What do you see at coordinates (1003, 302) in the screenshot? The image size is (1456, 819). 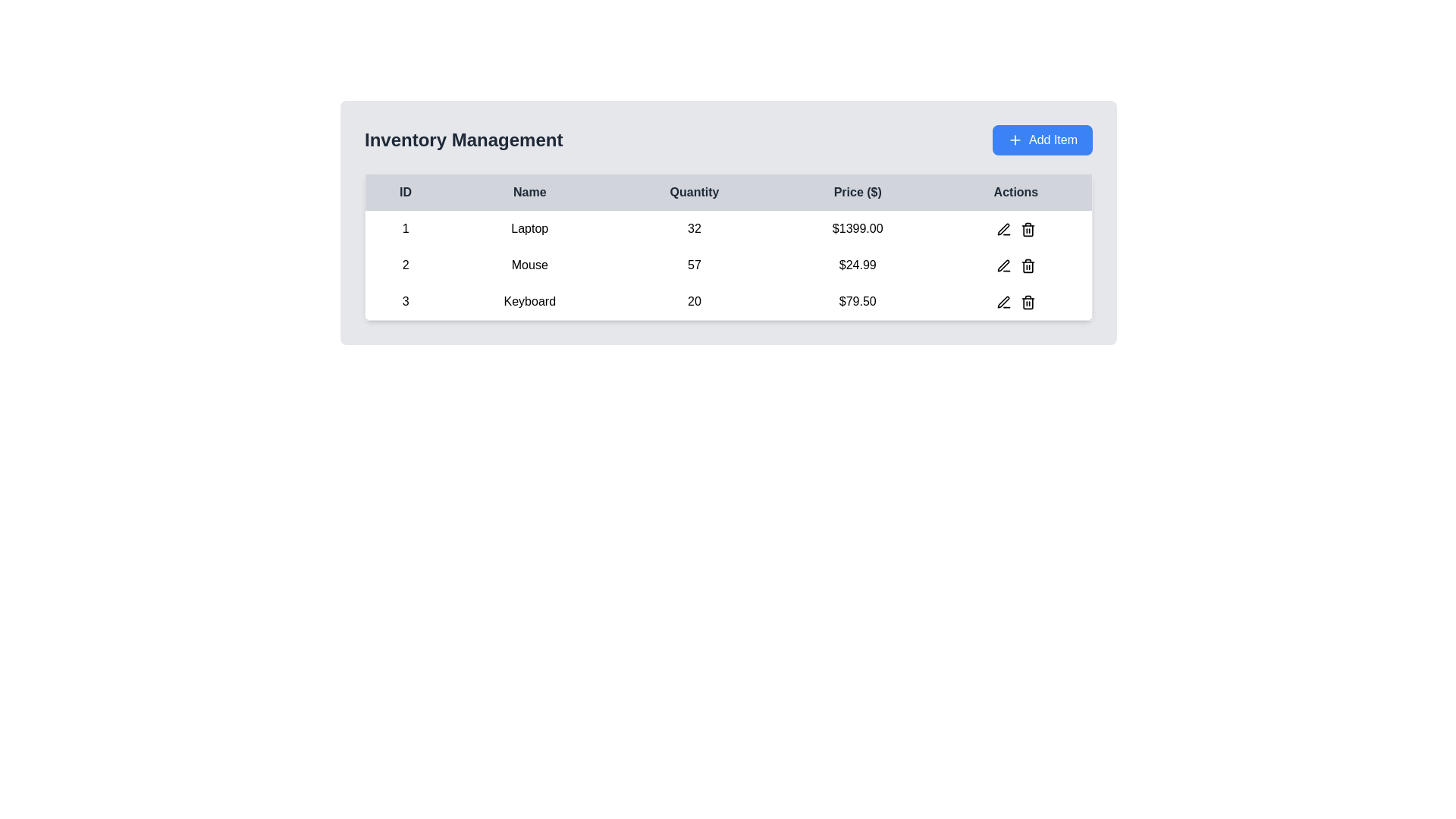 I see `the edit icon button in the Actions column of the table to modify the details of the 'Keyboard' item` at bounding box center [1003, 302].